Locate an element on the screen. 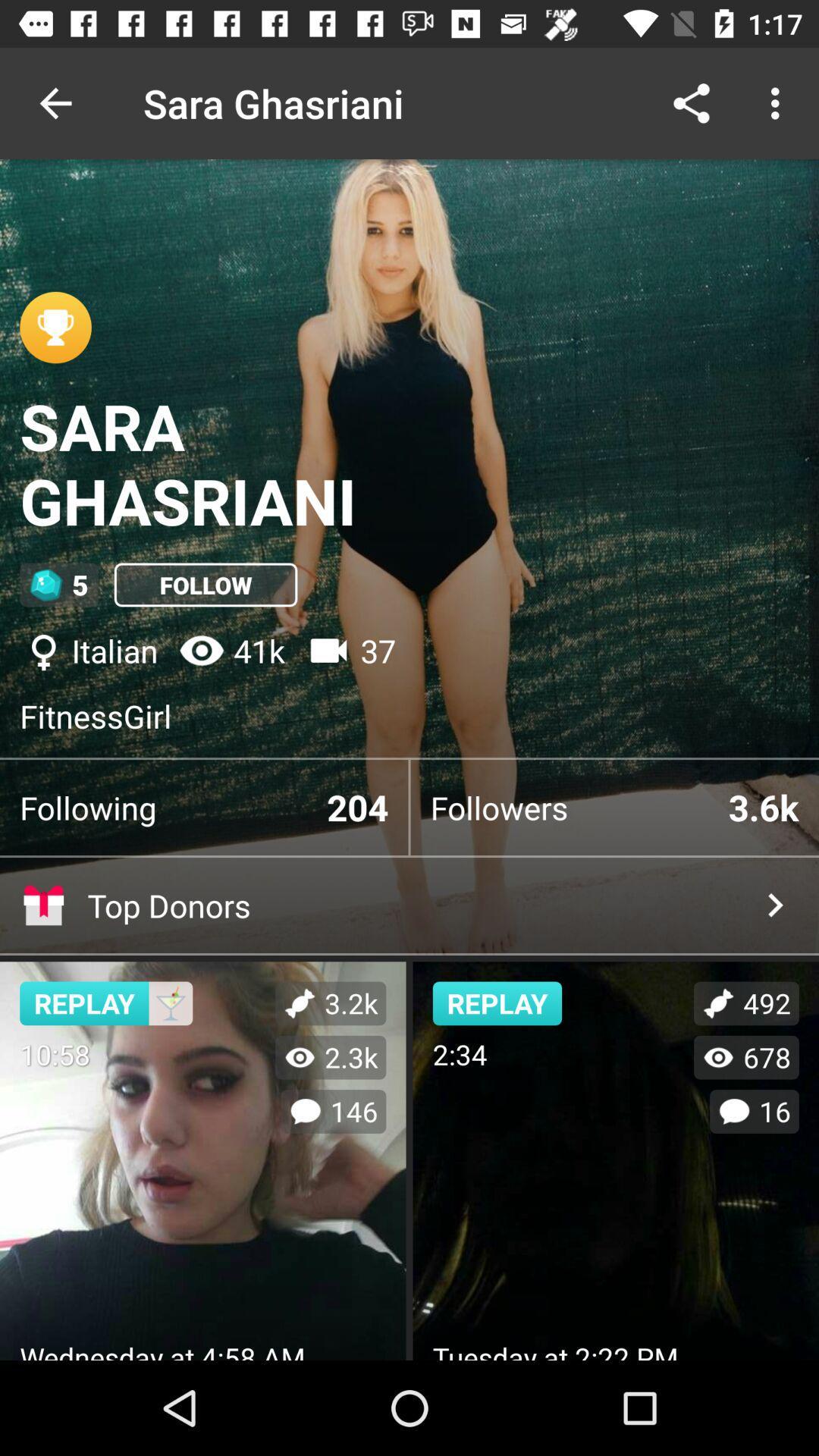 The height and width of the screenshot is (1456, 819). the item below sara is located at coordinates (58, 584).